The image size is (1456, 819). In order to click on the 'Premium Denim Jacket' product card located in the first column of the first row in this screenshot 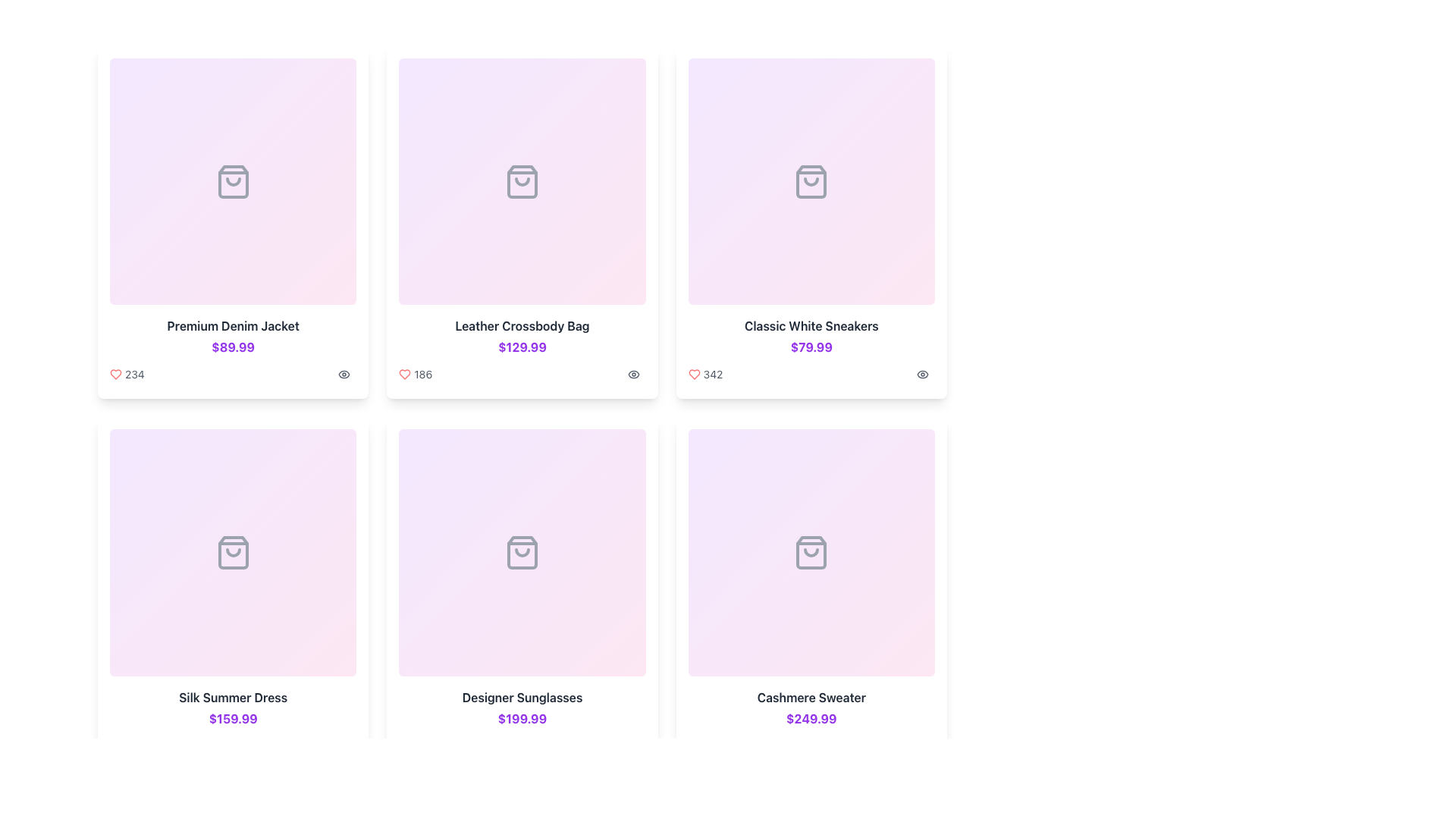, I will do `click(232, 222)`.